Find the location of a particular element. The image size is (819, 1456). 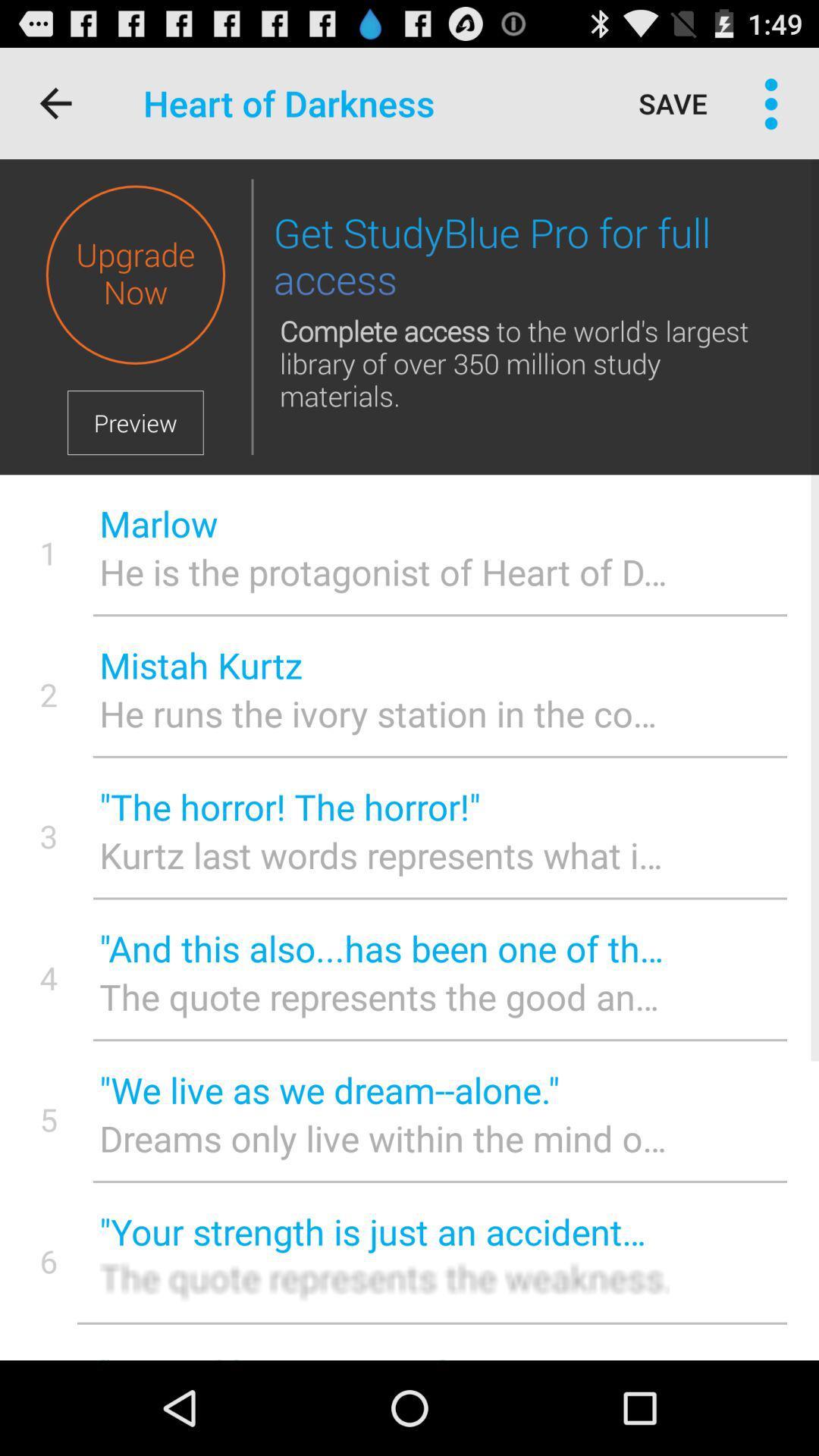

the item to the right of the 5 icon is located at coordinates (383, 1138).